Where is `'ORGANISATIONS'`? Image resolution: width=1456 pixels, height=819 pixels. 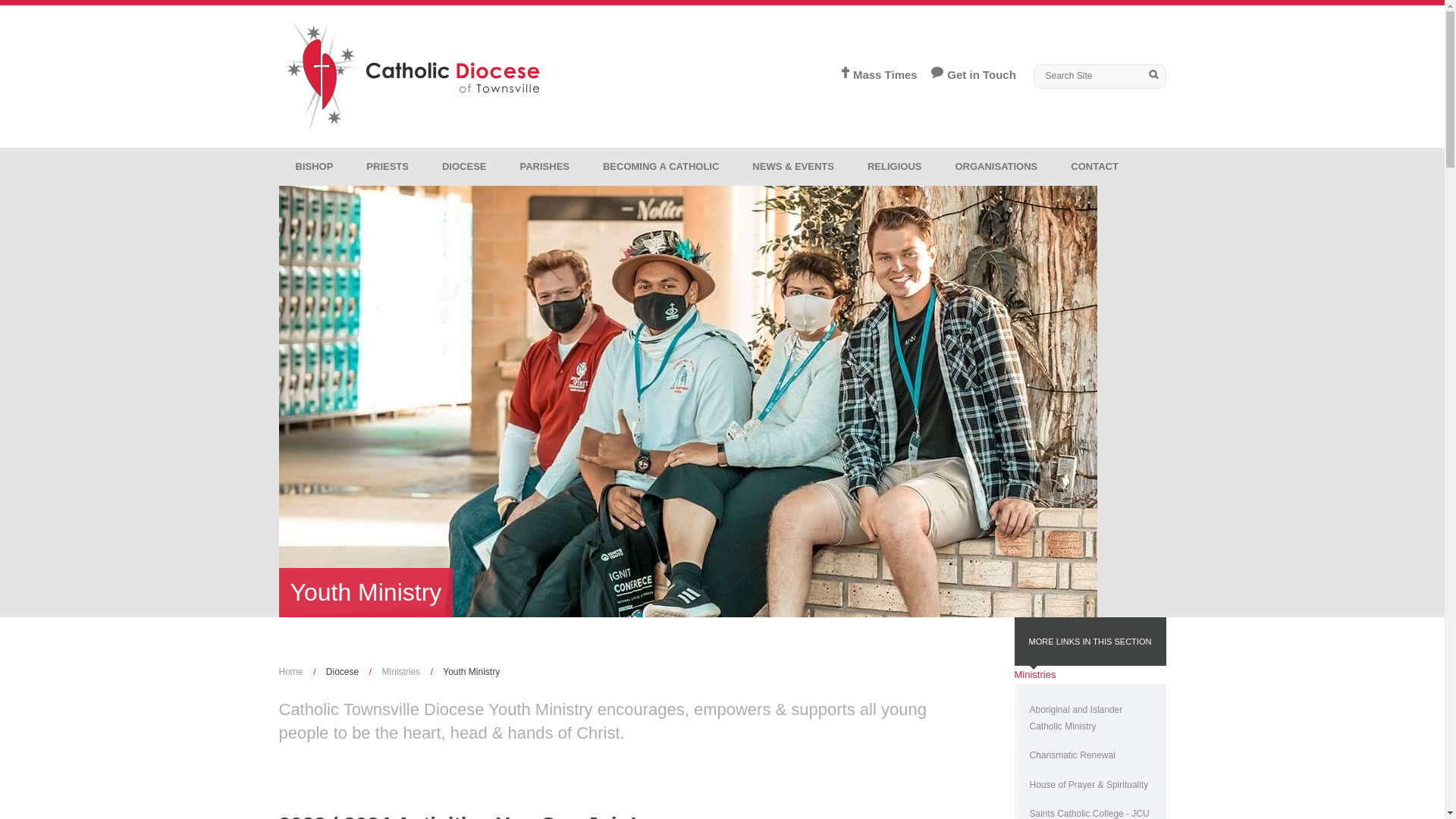 'ORGANISATIONS' is located at coordinates (996, 166).